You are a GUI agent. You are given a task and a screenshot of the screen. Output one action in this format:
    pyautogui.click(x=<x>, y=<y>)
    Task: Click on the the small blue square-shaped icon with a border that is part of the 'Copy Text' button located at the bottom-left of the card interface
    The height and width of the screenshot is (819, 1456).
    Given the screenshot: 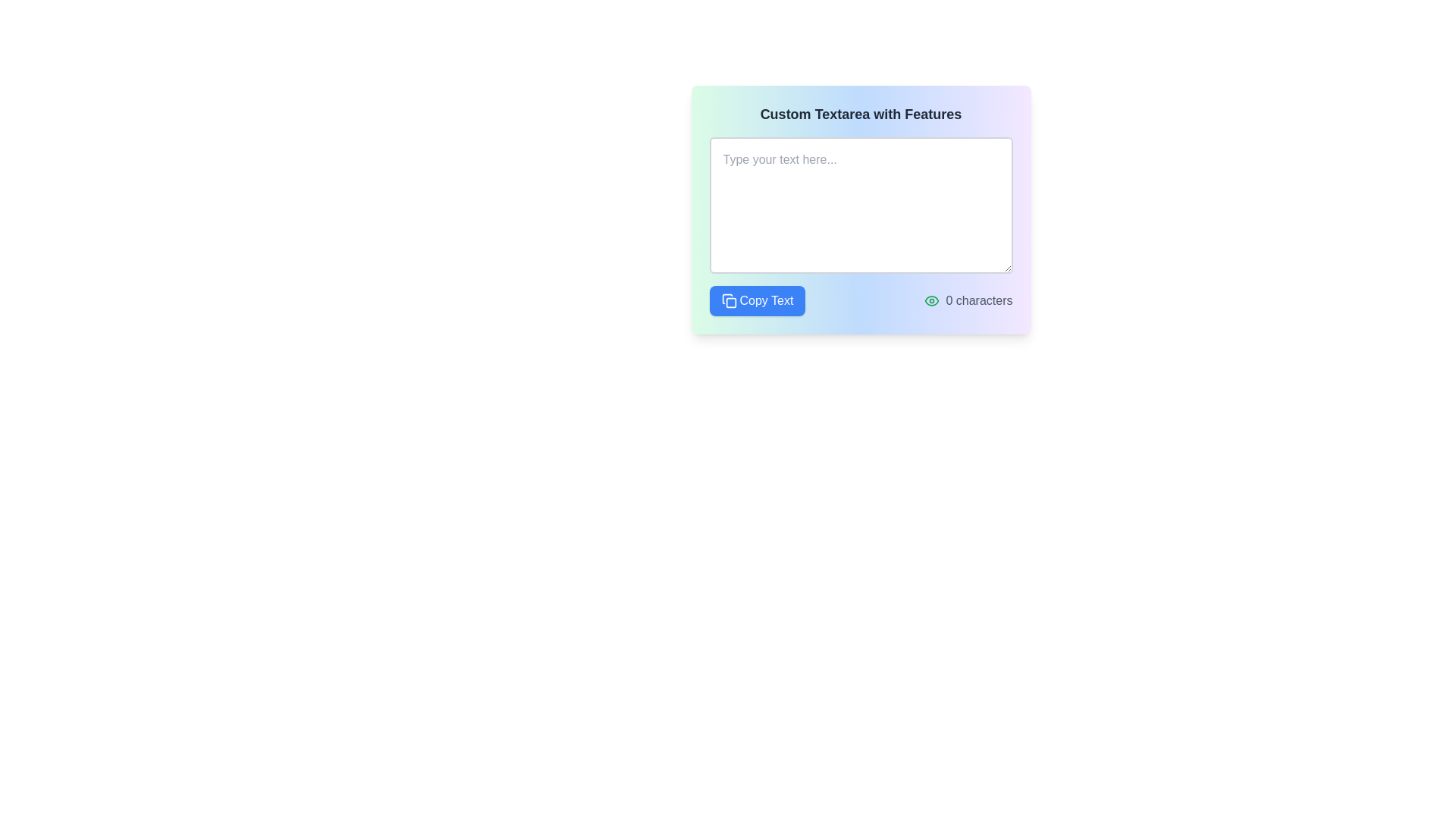 What is the action you would take?
    pyautogui.click(x=729, y=301)
    